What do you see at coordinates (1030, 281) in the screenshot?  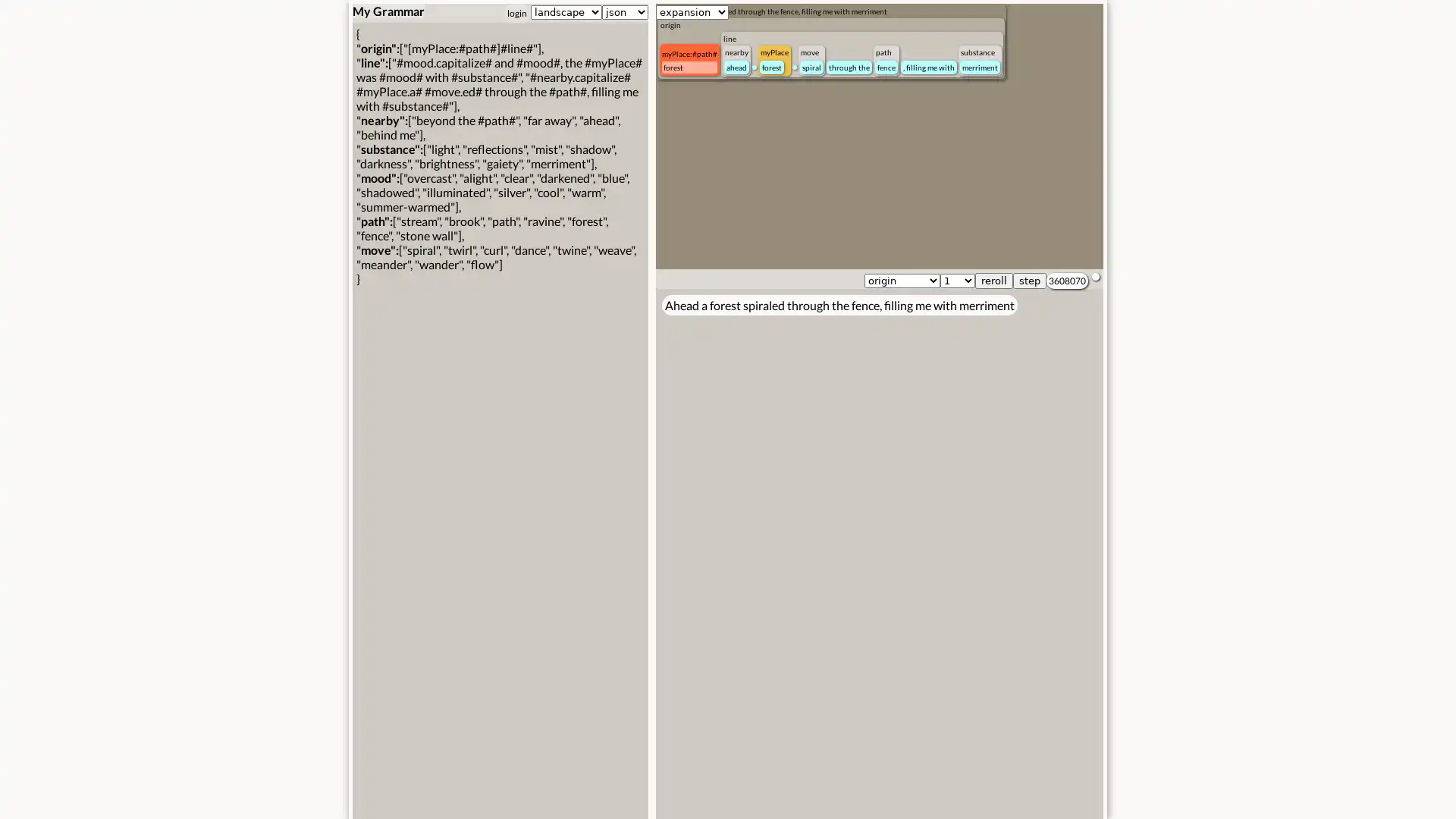 I see `step` at bounding box center [1030, 281].